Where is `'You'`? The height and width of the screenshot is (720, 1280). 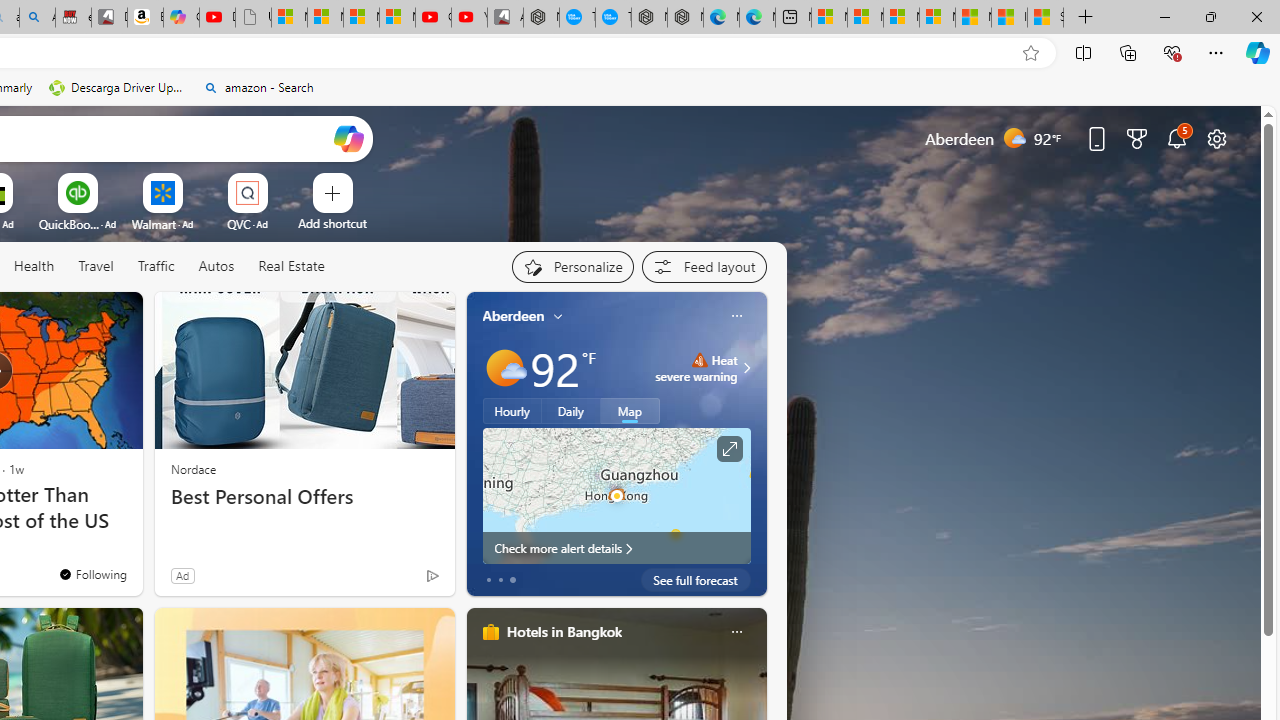 'You' is located at coordinates (91, 573).